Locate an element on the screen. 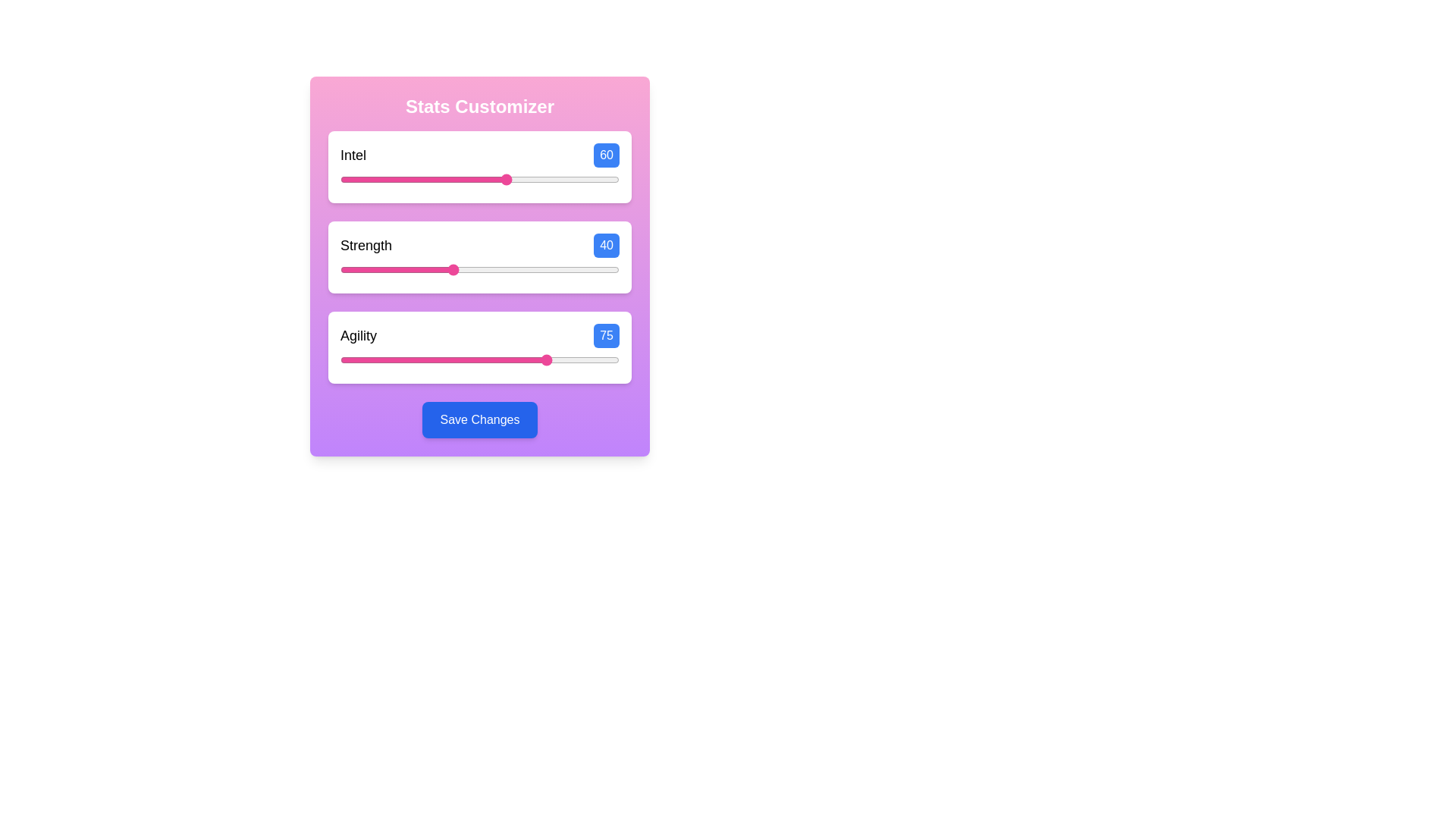 This screenshot has width=1456, height=819. the Range Slider located in the middle panel section labeled 'Strength', positioned below the 'Strength' label and adjacent to the blue-bordered box displaying the value '40' is located at coordinates (479, 268).